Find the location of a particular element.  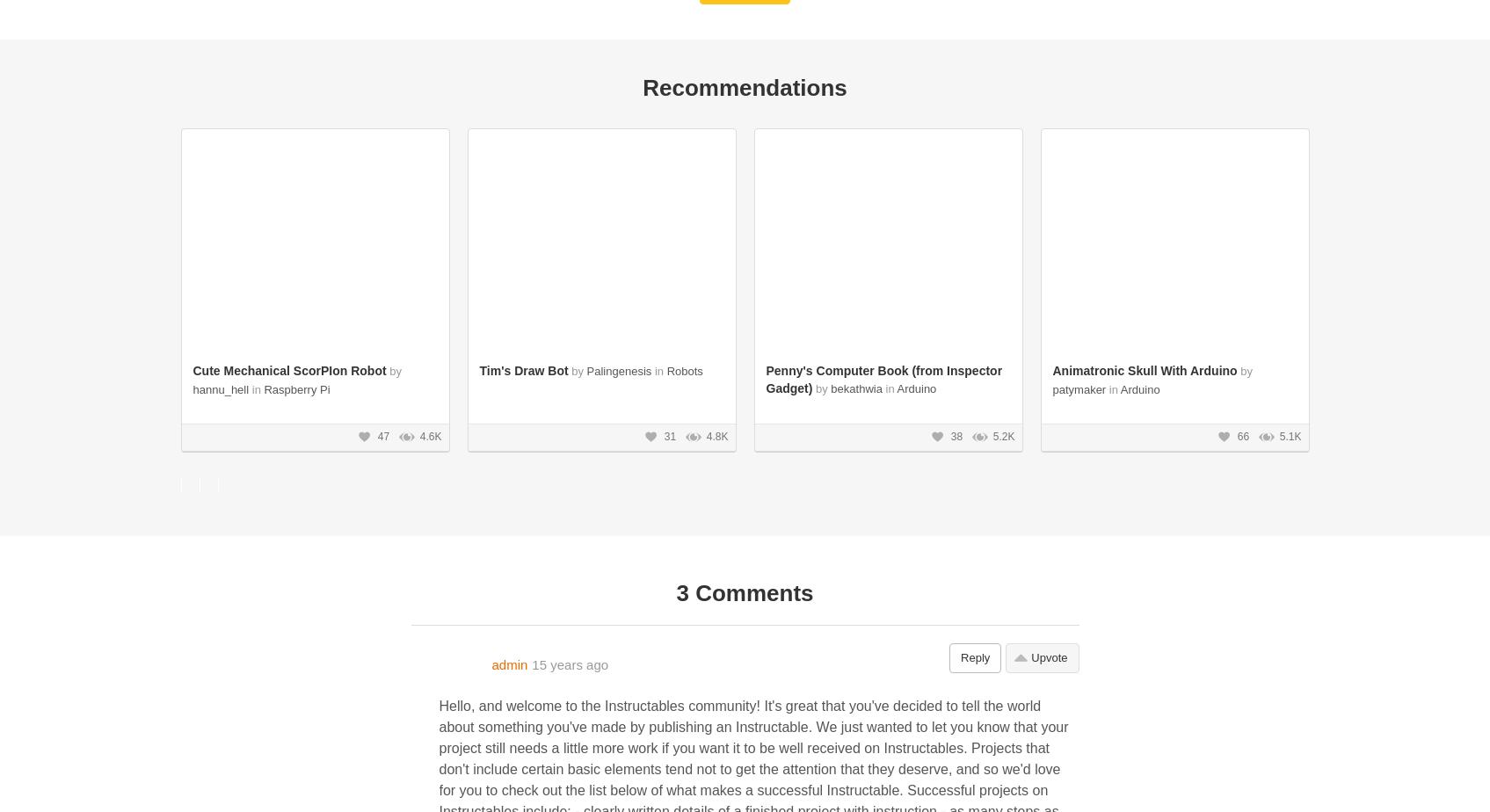

'31' is located at coordinates (669, 436).